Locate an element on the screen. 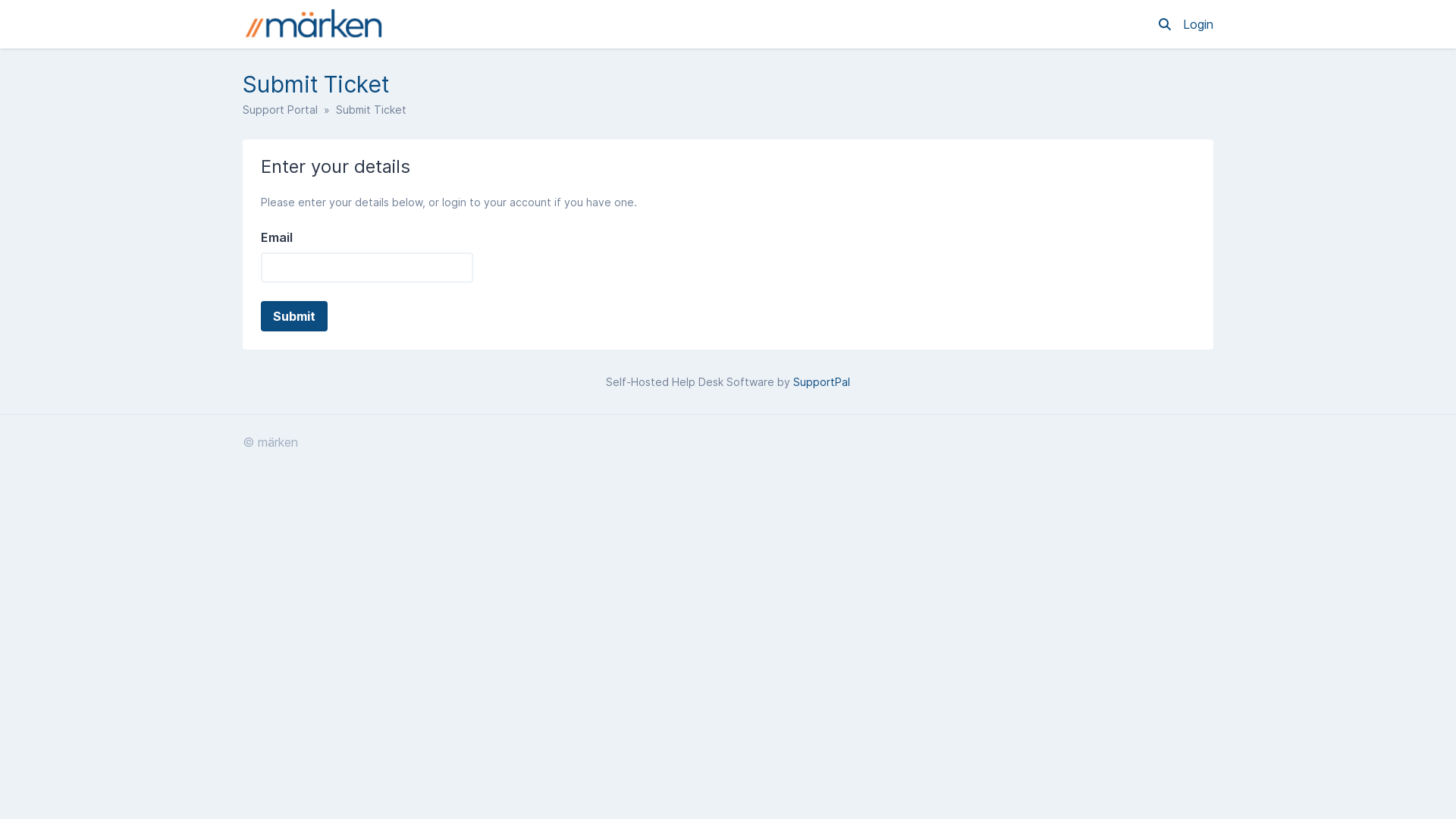 Image resolution: width=1456 pixels, height=819 pixels. 'Support Portal' is located at coordinates (280, 108).